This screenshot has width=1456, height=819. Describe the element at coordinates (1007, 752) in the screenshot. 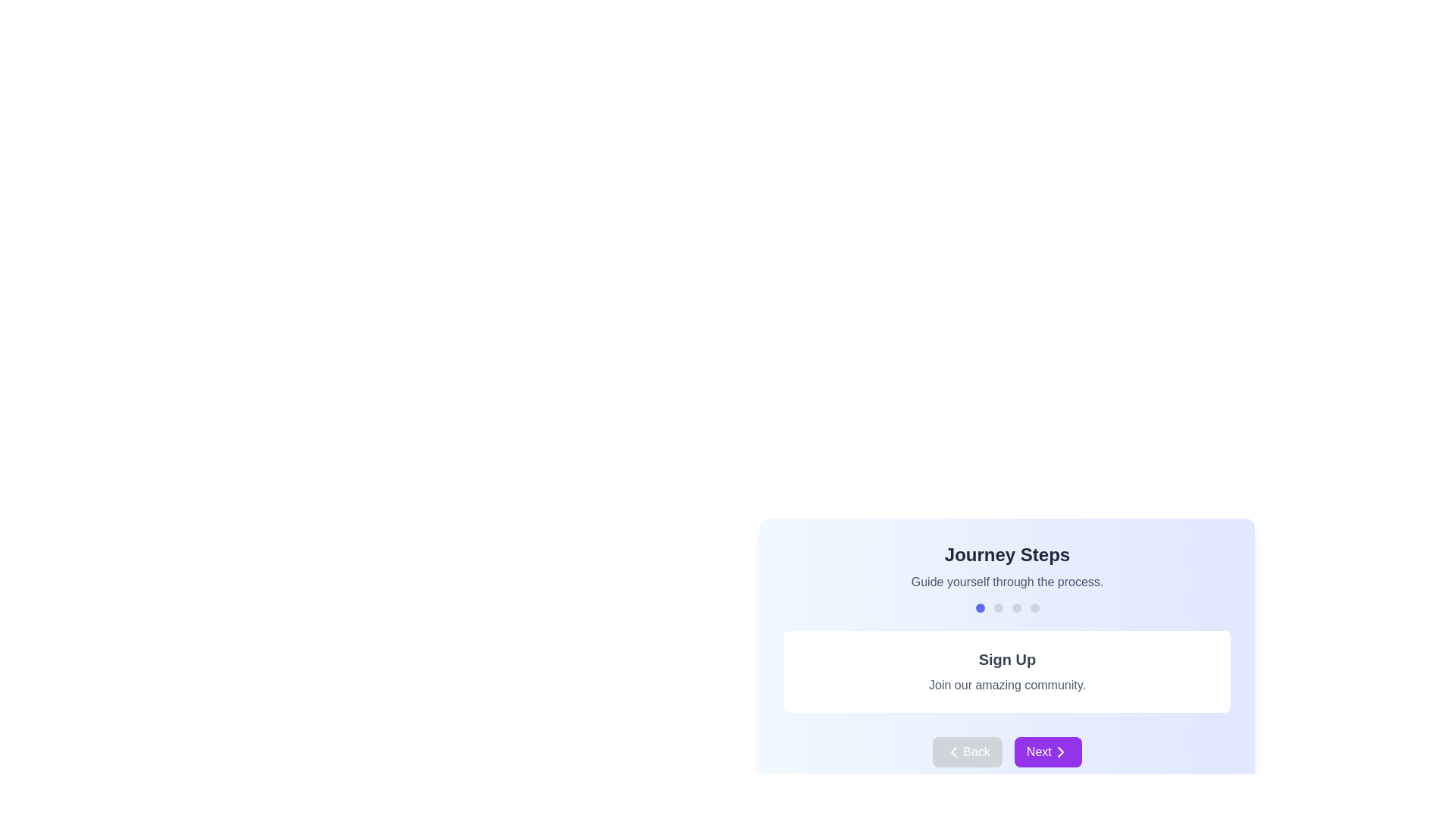

I see `the 'Back' button in the button group component to trigger visual feedback, indicating interactivity` at that location.